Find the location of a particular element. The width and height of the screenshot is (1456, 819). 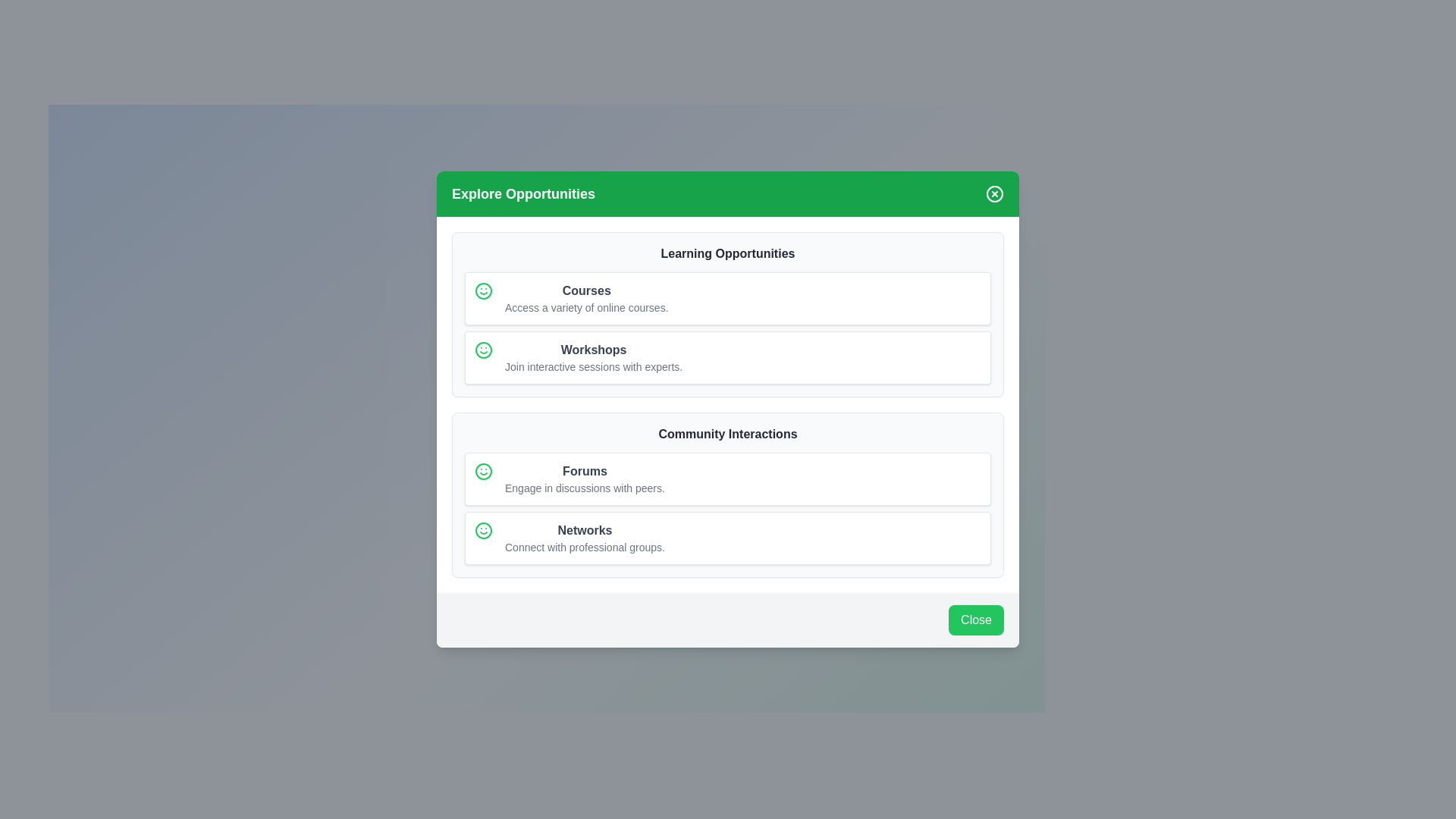

the circular shape element with a green border that is part of the smiley face design, located to the left of the 'Networks' label in the 'Community Interactions' subsection is located at coordinates (483, 529).